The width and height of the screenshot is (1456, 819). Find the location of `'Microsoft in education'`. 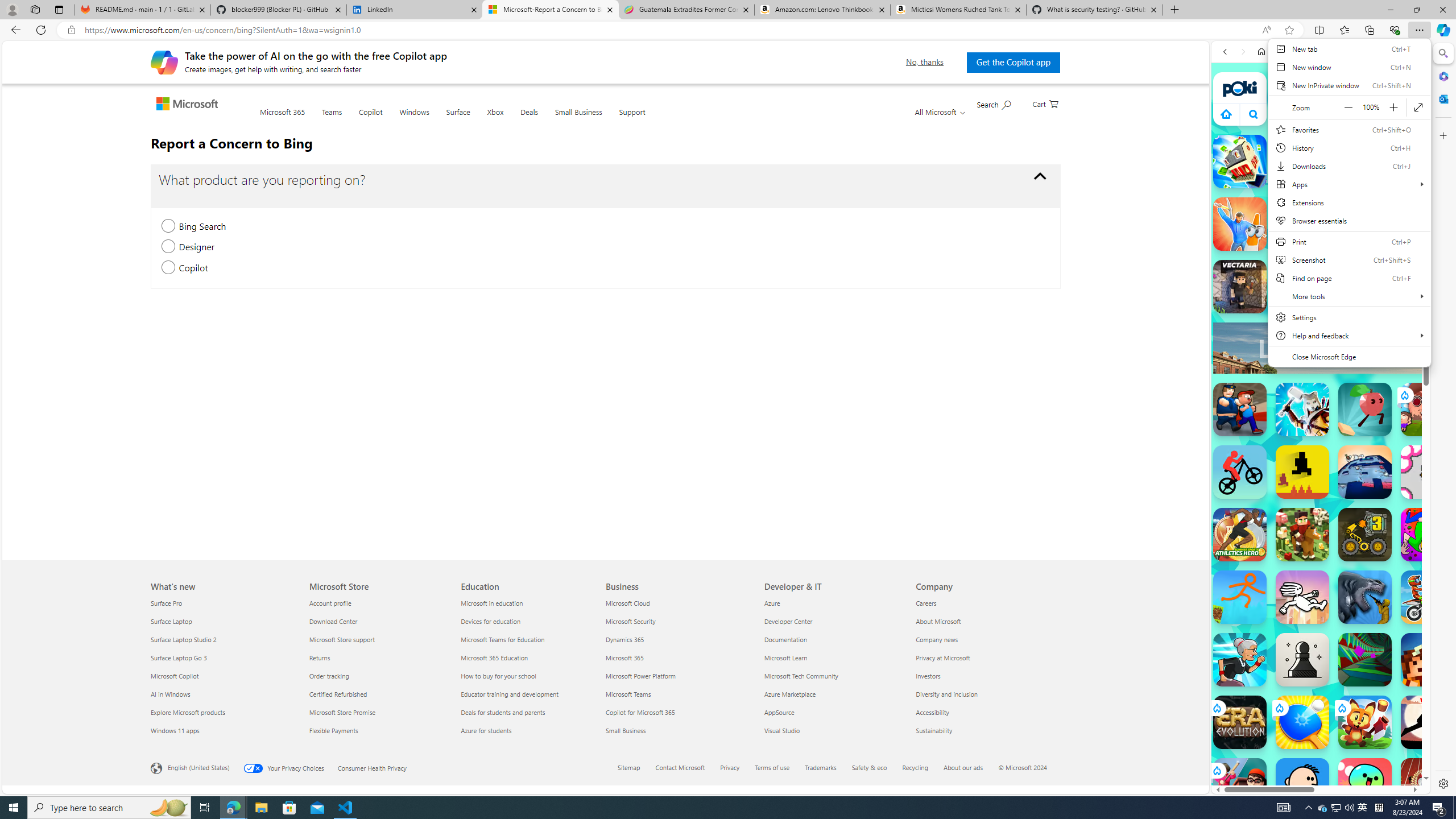

'Microsoft in education' is located at coordinates (528, 603).